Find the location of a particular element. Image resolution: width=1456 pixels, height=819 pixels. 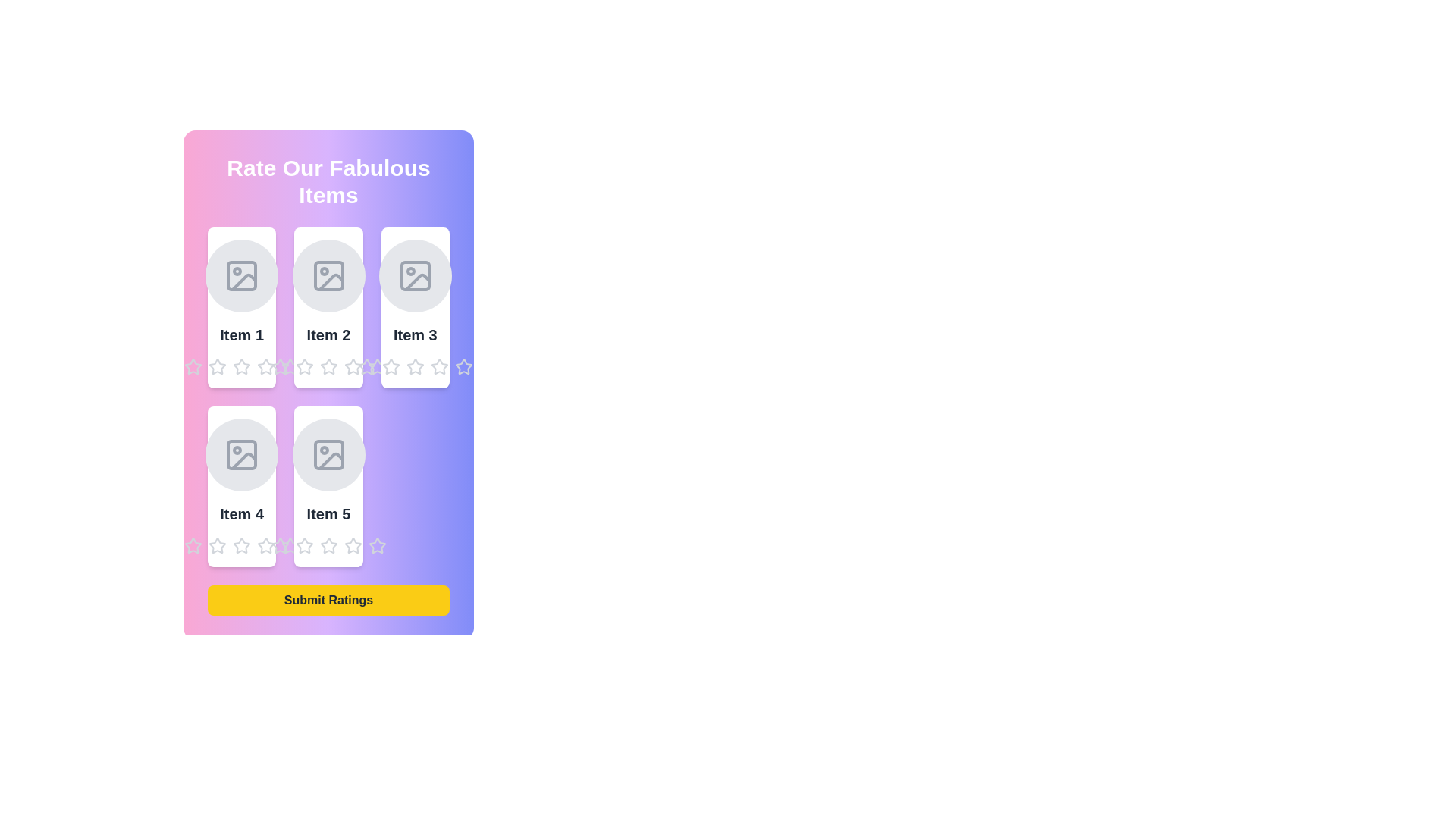

the image placeholder for Item 5 is located at coordinates (328, 454).